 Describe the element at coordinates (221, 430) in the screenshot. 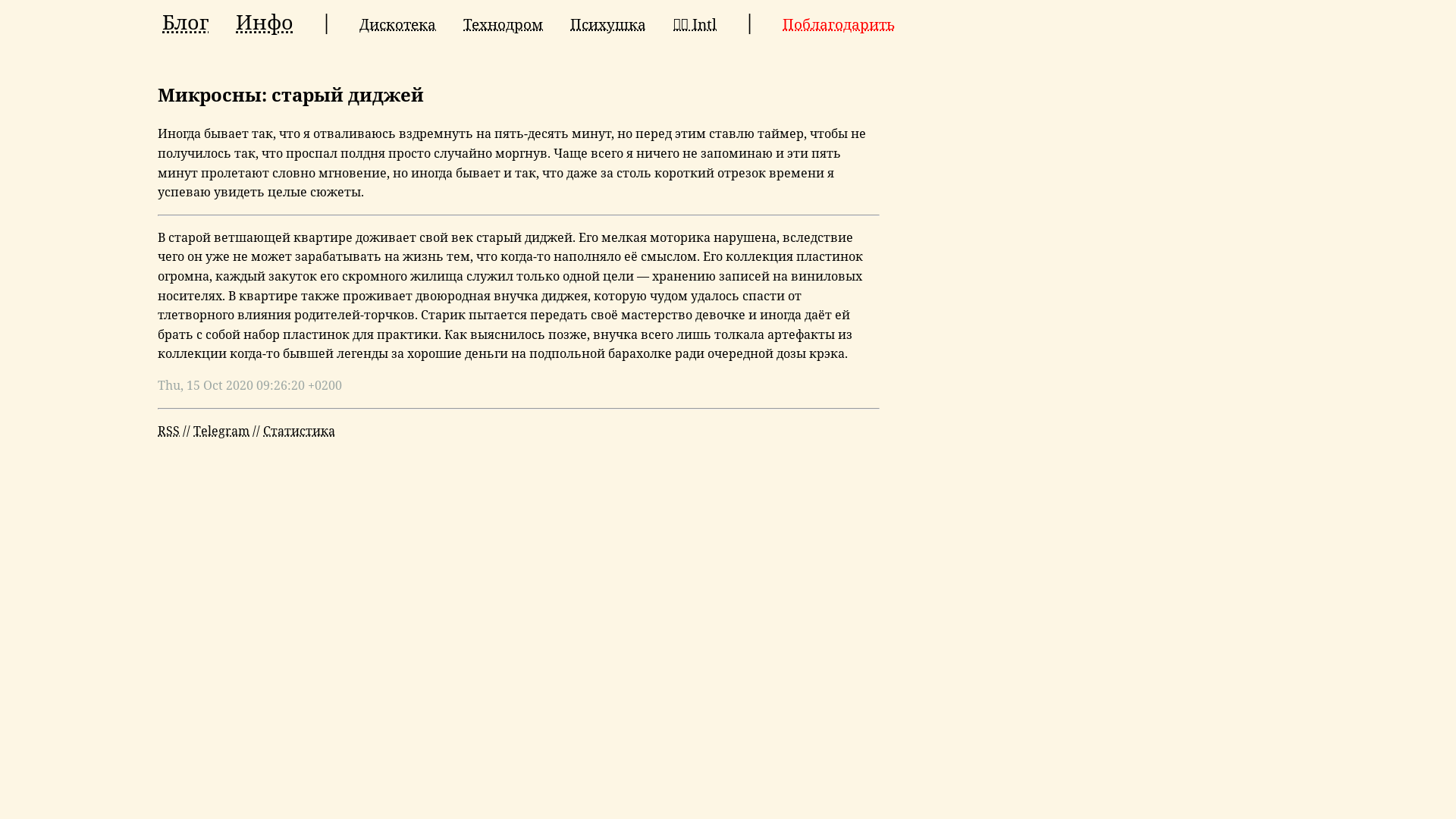

I see `'Telegram'` at that location.